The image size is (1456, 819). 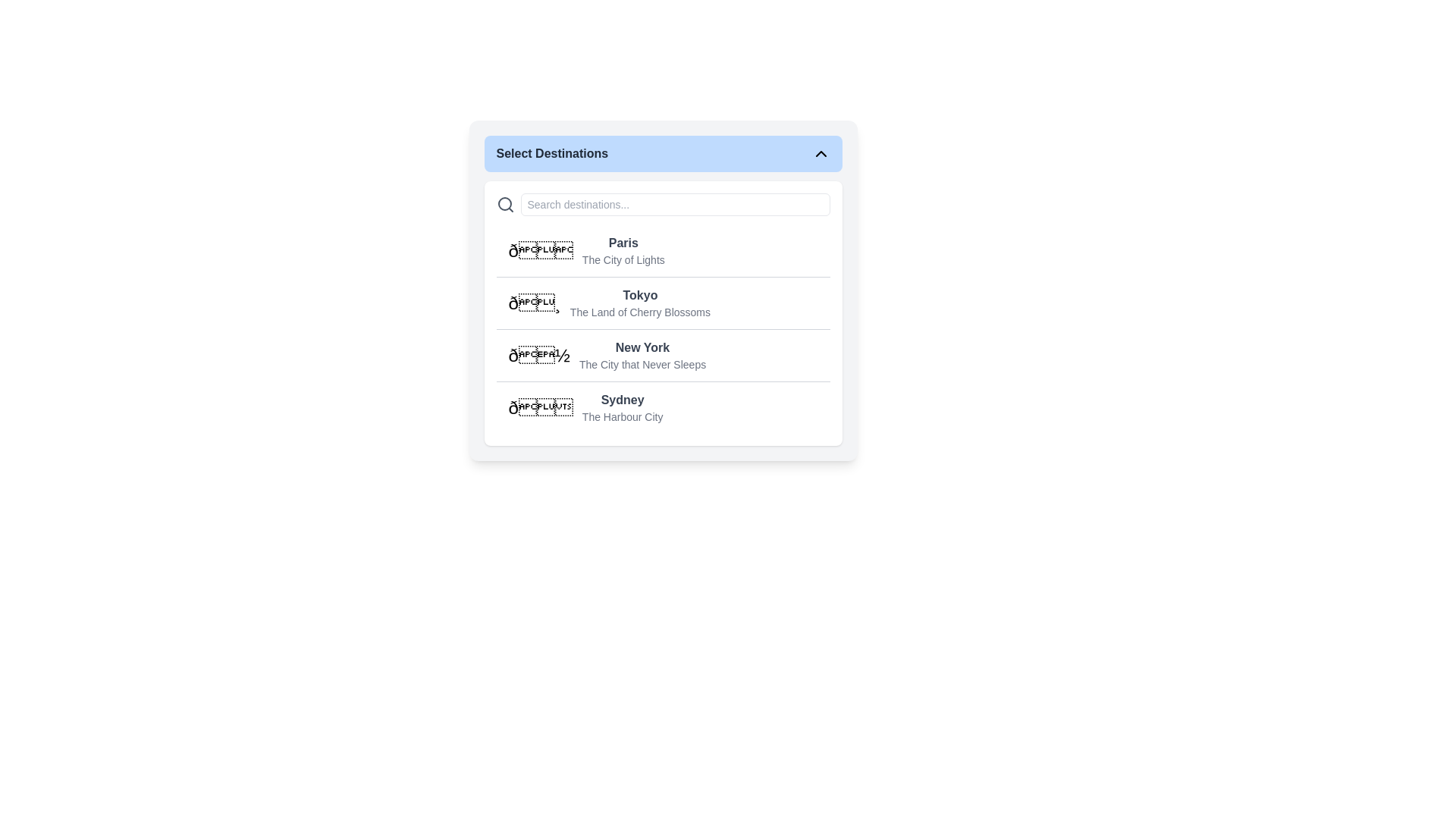 What do you see at coordinates (585, 406) in the screenshot?
I see `the List Item displaying 'Sydney' with a globe icon` at bounding box center [585, 406].